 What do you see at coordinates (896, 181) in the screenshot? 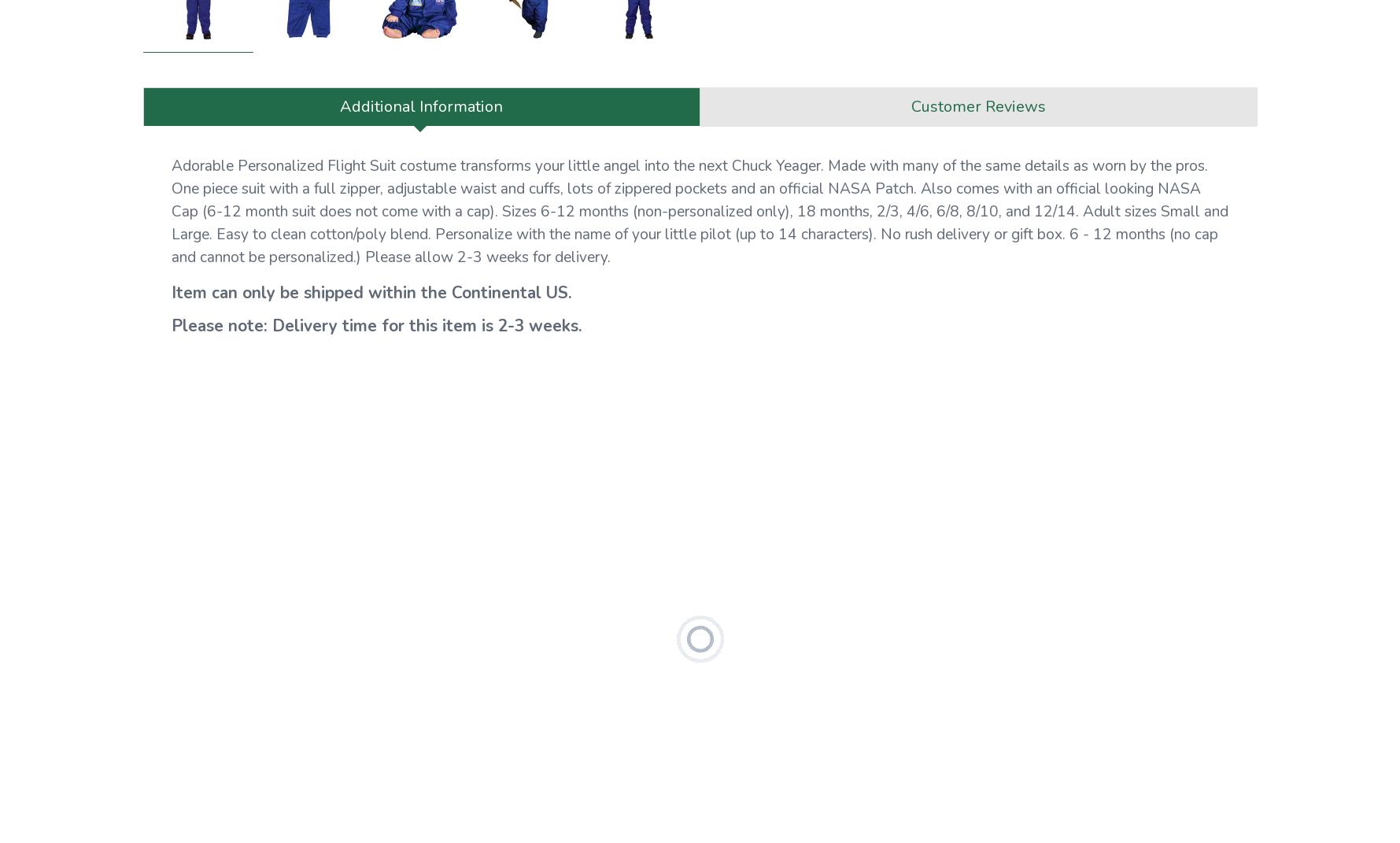
I see `'Browse our Digital Catalog'` at bounding box center [896, 181].